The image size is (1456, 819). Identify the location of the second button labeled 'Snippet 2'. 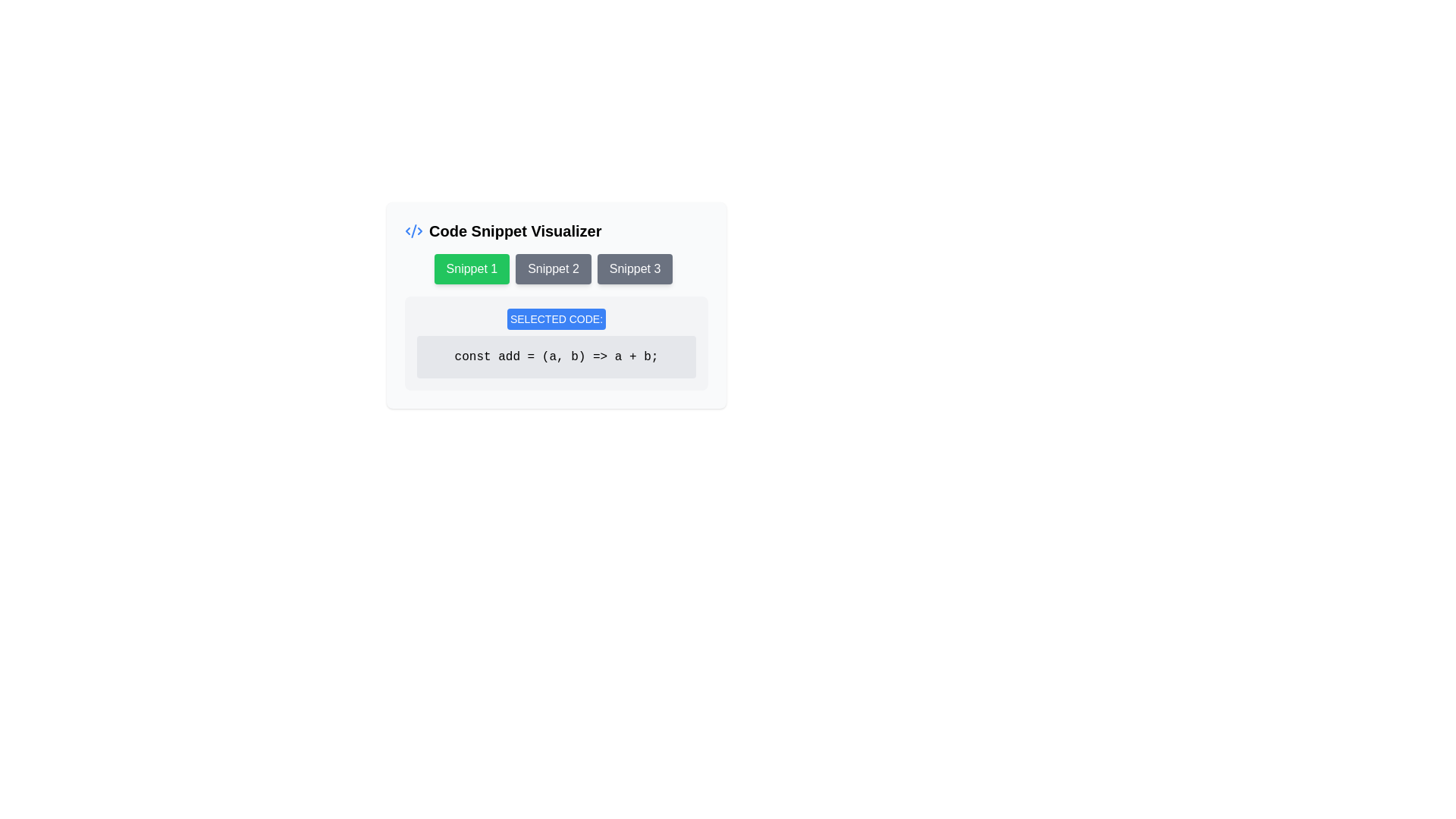
(556, 268).